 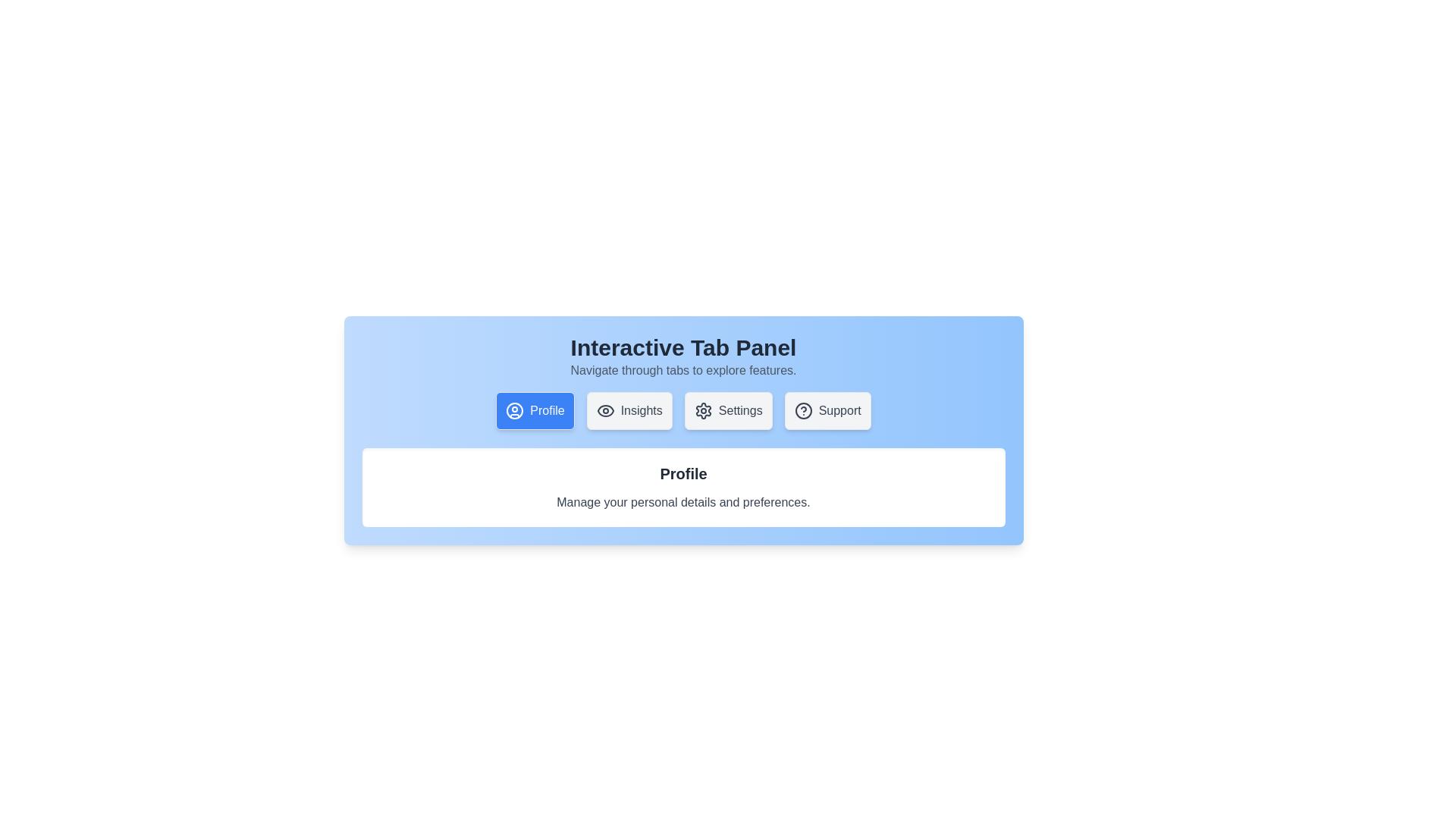 What do you see at coordinates (535, 411) in the screenshot?
I see `the Profile tab to view its content` at bounding box center [535, 411].